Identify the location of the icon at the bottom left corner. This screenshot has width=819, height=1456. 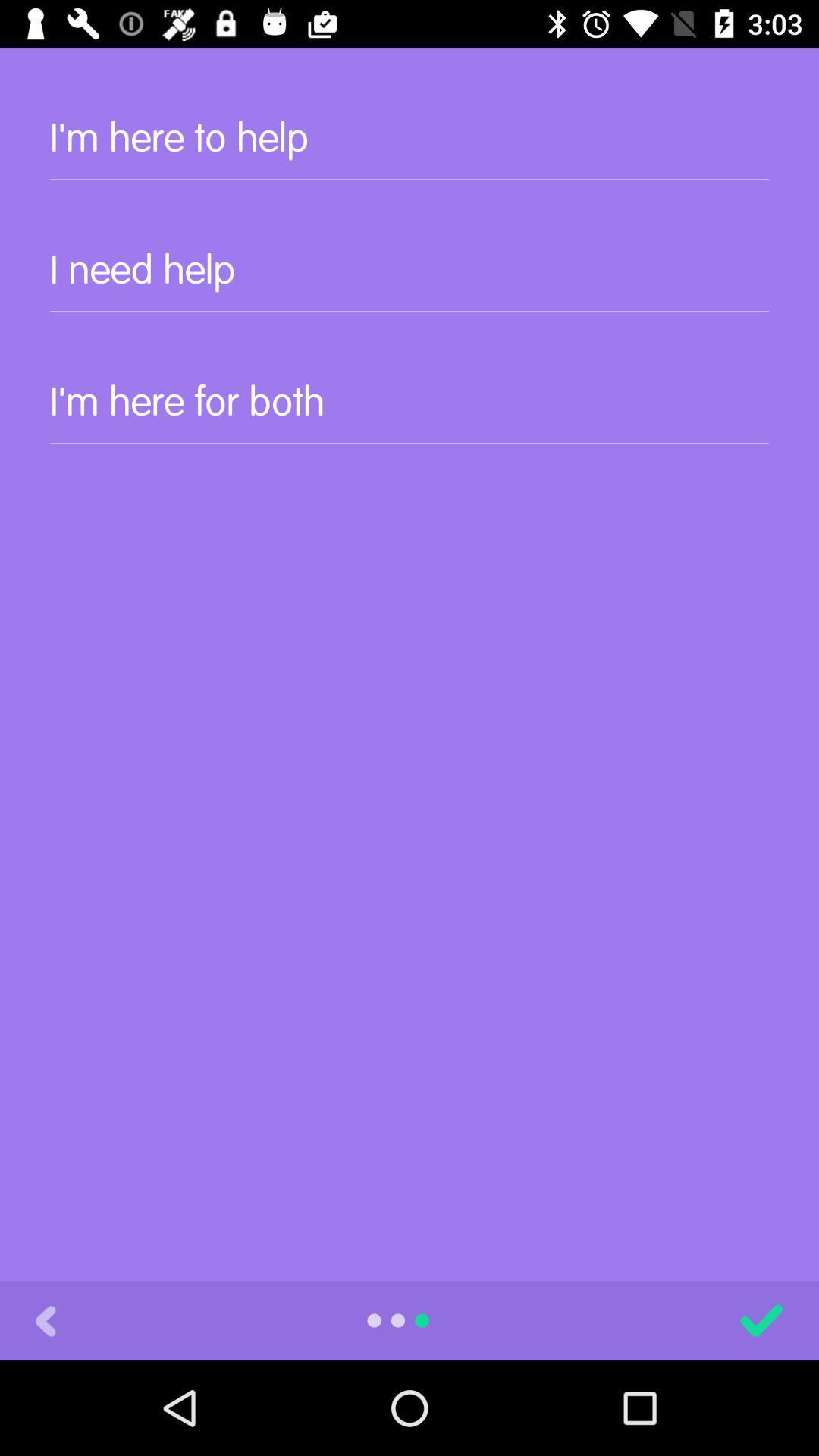
(45, 1319).